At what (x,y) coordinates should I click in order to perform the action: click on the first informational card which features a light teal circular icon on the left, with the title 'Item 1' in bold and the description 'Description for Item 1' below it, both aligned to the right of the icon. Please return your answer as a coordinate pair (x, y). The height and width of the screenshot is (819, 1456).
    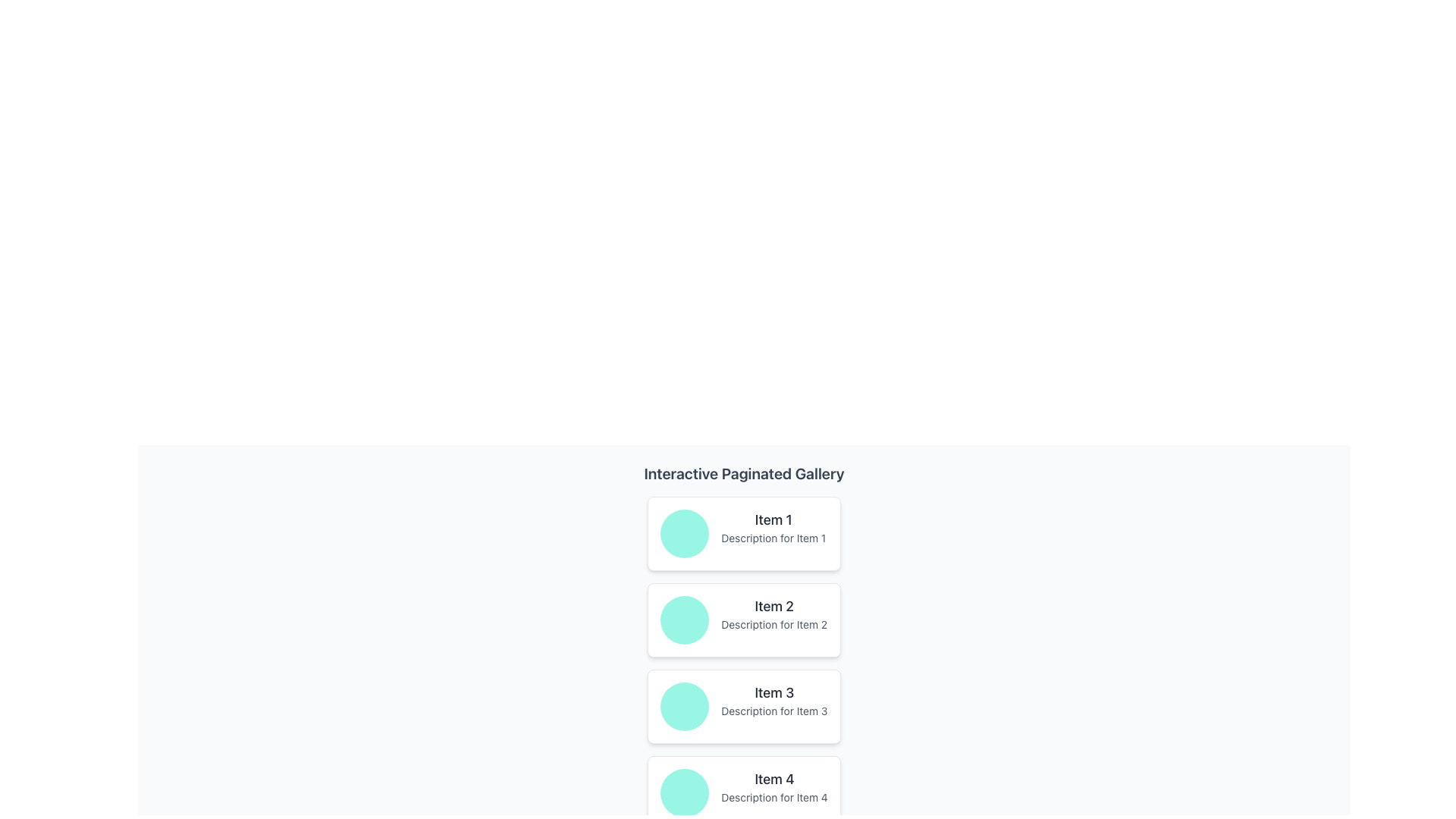
    Looking at the image, I should click on (744, 533).